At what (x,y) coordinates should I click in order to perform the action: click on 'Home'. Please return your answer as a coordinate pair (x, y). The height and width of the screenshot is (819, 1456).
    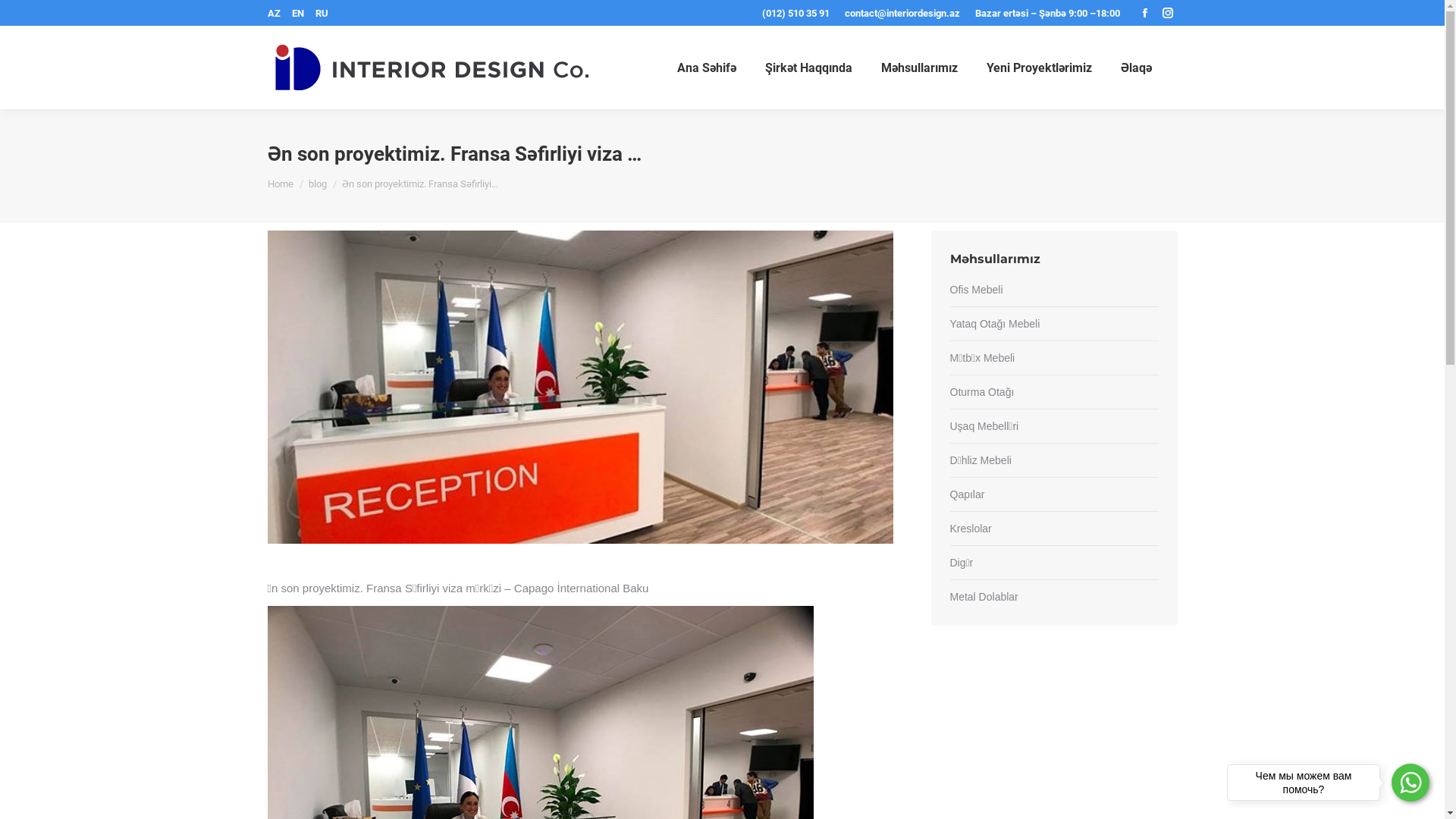
    Looking at the image, I should click on (280, 182).